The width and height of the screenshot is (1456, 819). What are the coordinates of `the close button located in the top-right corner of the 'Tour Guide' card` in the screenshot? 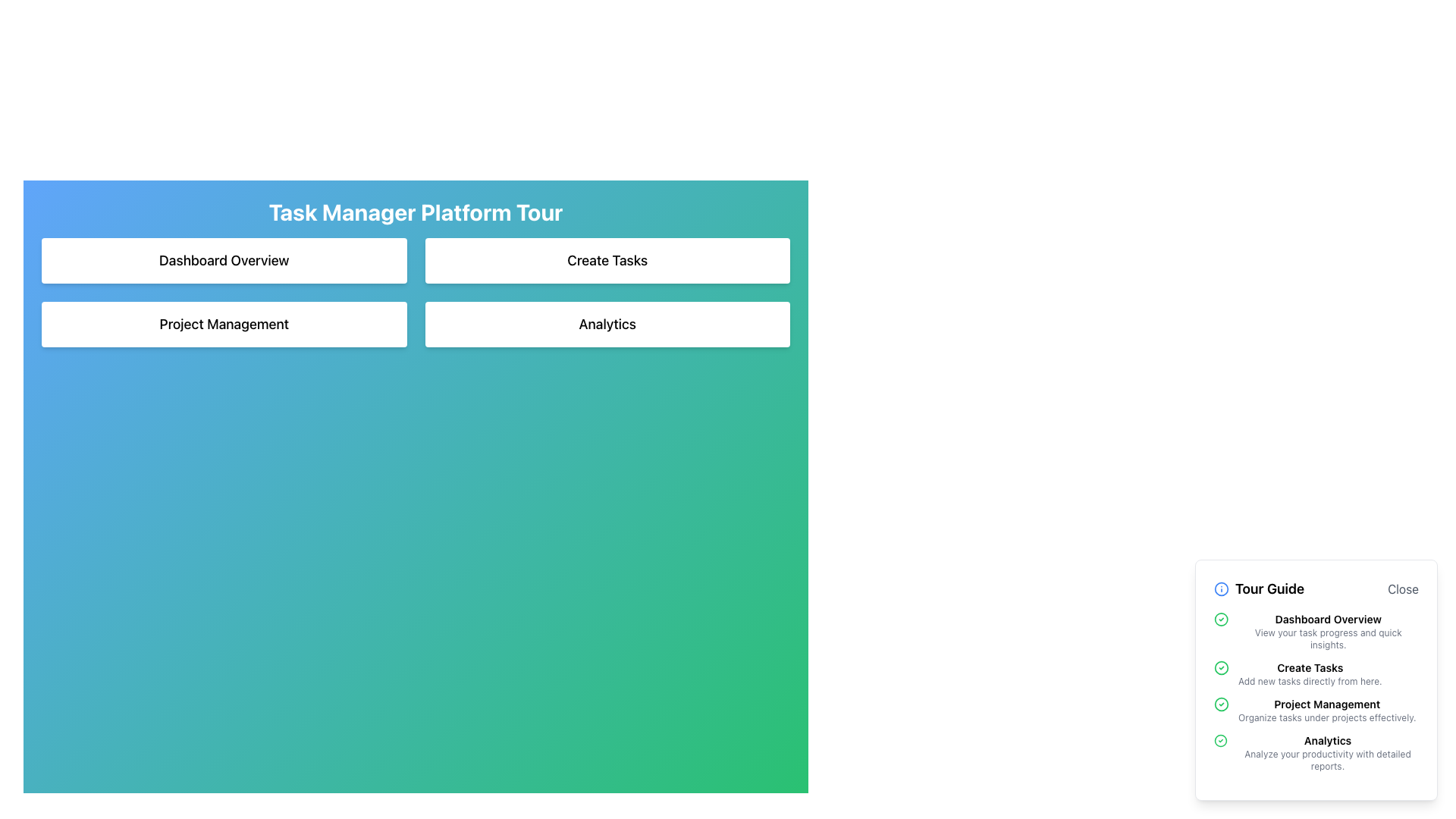 It's located at (1401, 588).